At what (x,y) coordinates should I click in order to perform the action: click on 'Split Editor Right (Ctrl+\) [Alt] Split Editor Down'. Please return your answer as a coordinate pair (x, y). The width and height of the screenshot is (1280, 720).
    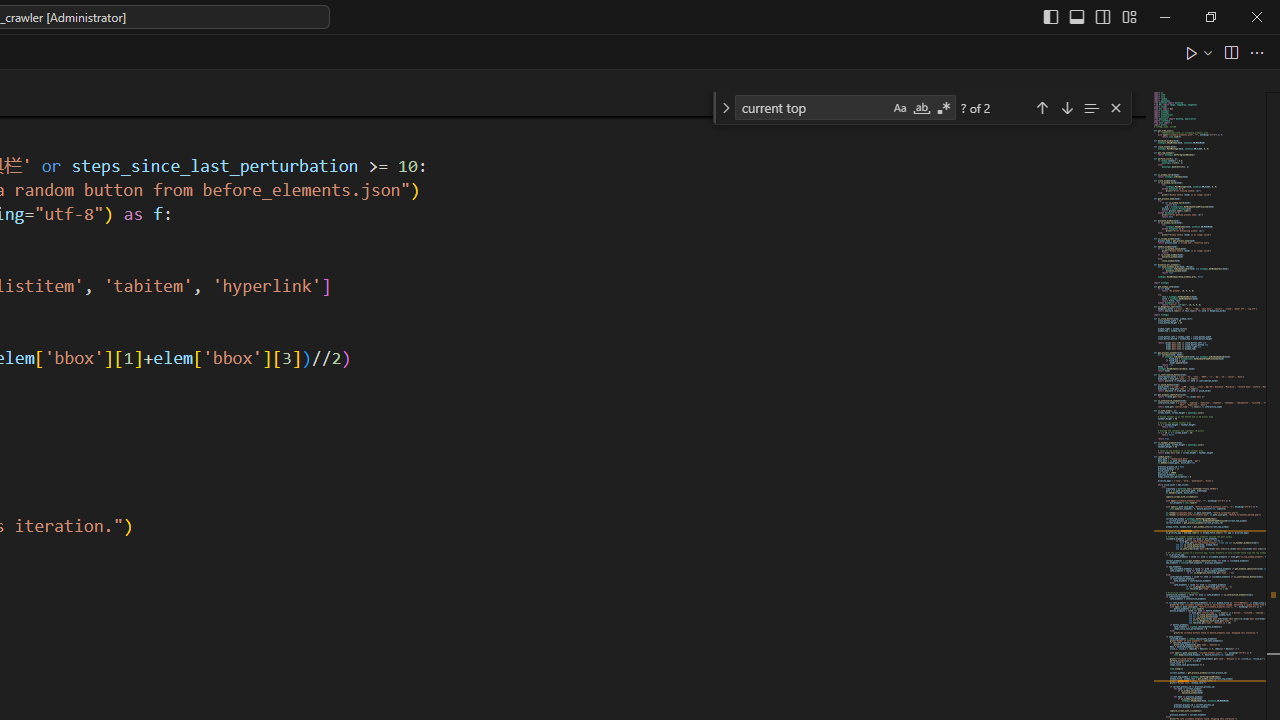
    Looking at the image, I should click on (1229, 51).